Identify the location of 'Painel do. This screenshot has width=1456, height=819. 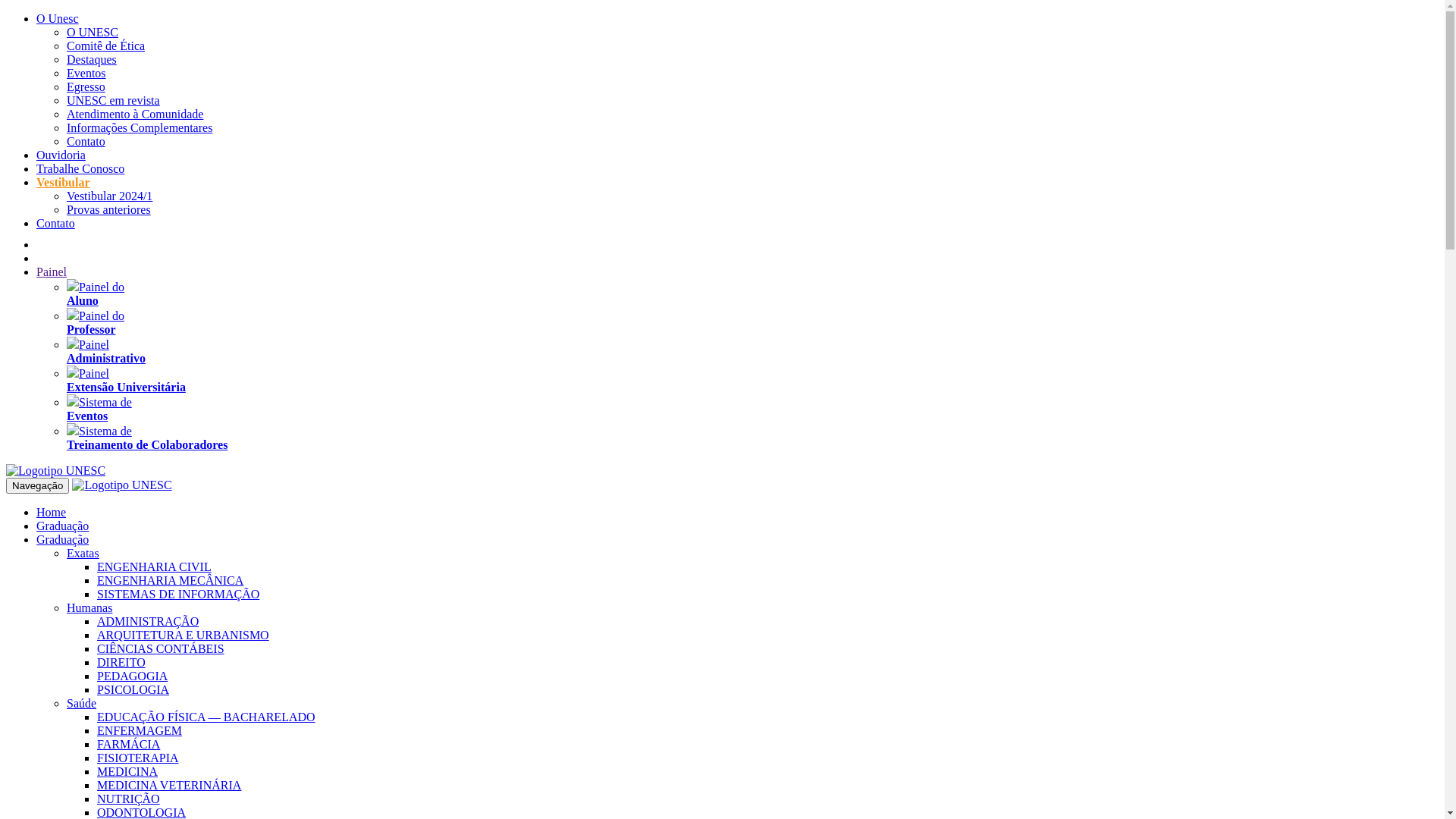
(94, 293).